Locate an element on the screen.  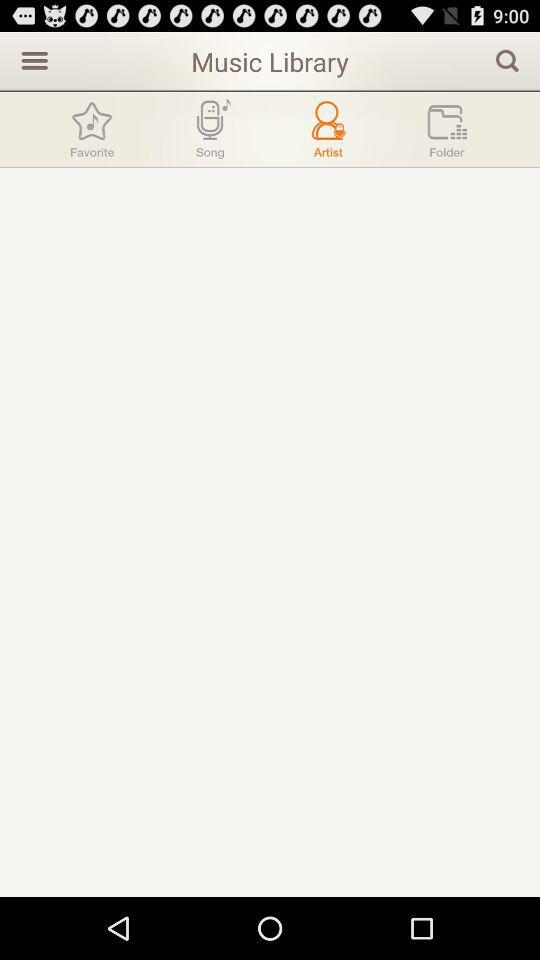
item below music library item is located at coordinates (209, 128).